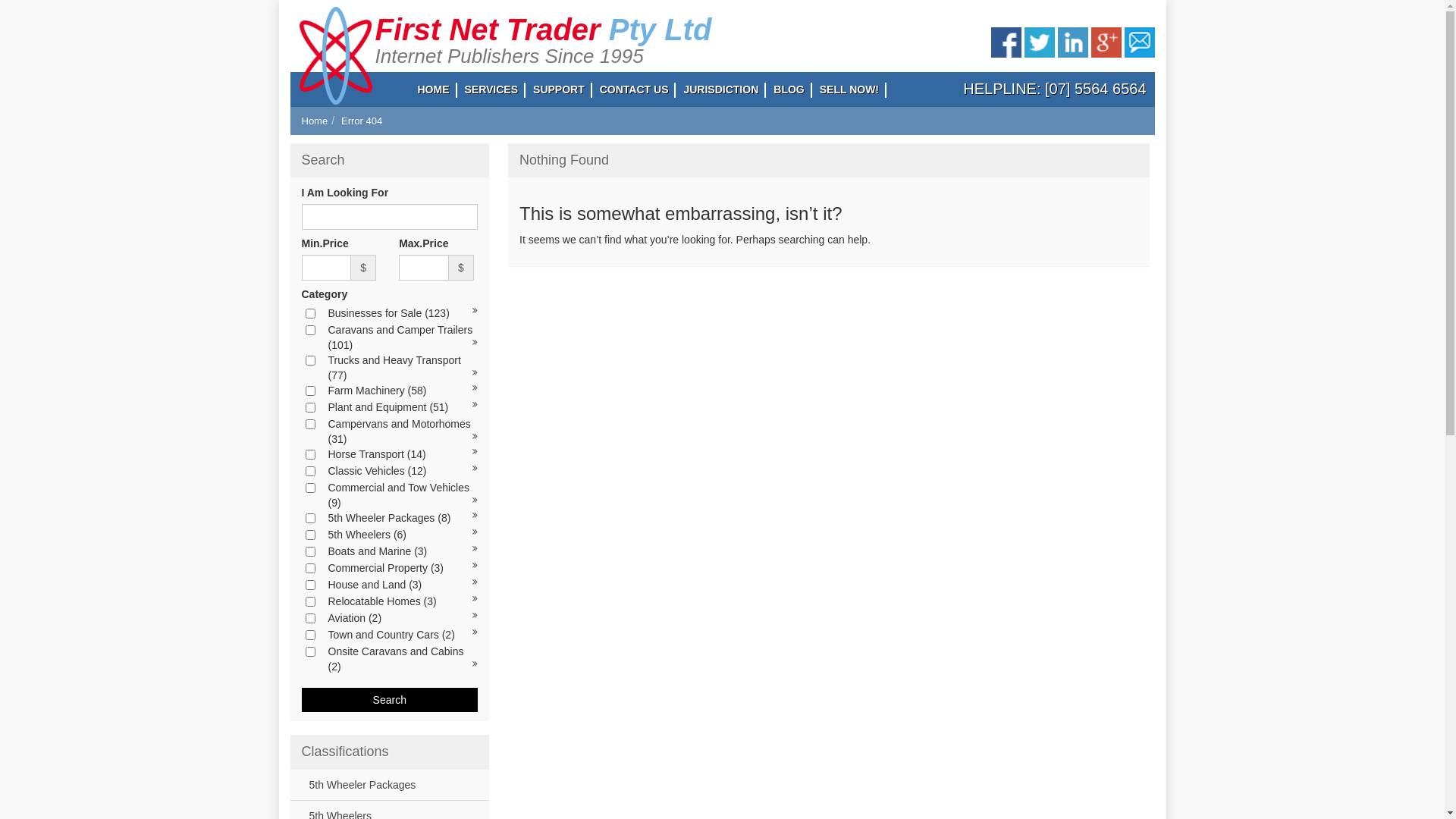 The image size is (1456, 819). I want to click on 'Home', so click(314, 120).